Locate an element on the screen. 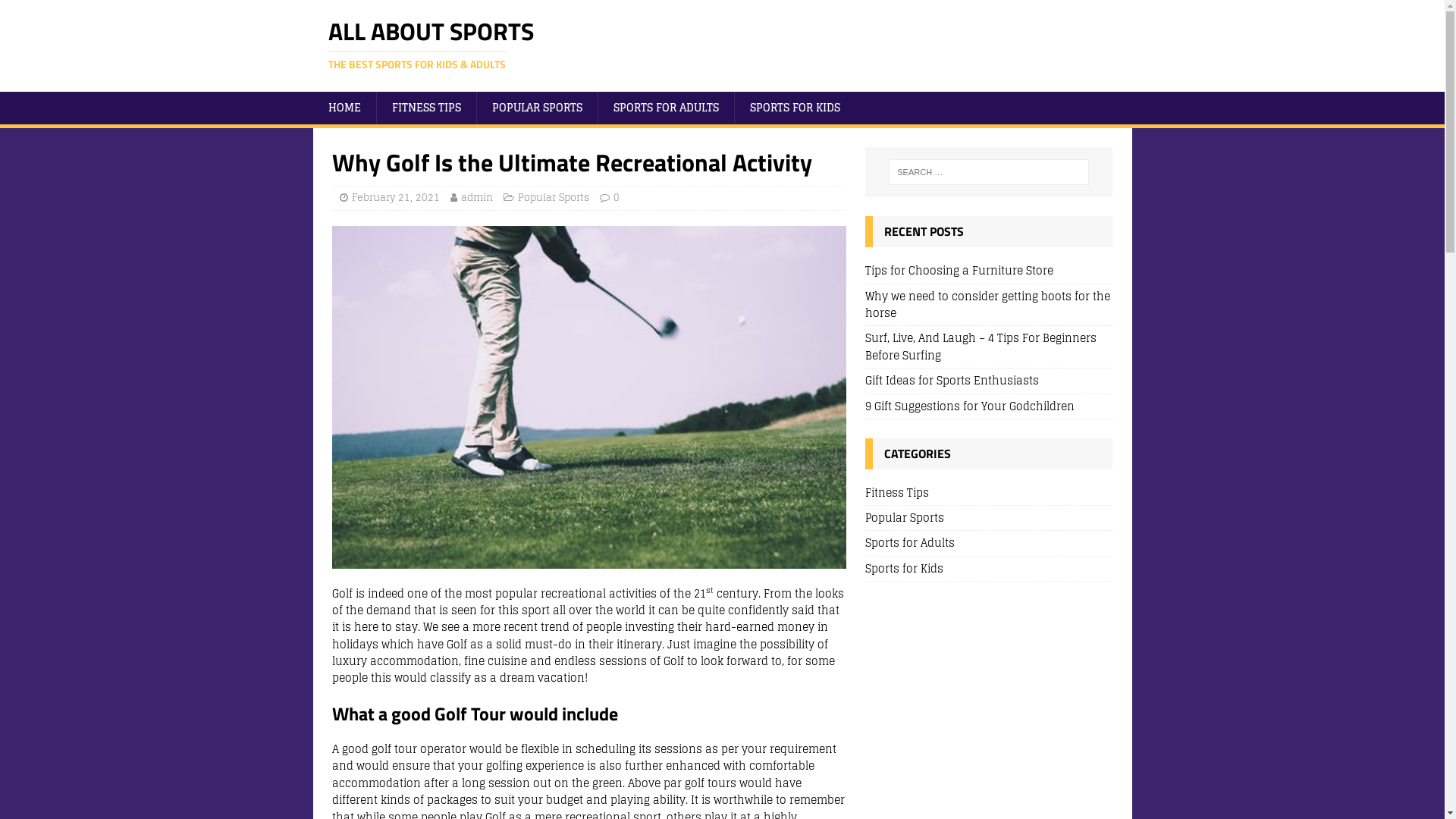  'February 21, 2021' is located at coordinates (396, 196).